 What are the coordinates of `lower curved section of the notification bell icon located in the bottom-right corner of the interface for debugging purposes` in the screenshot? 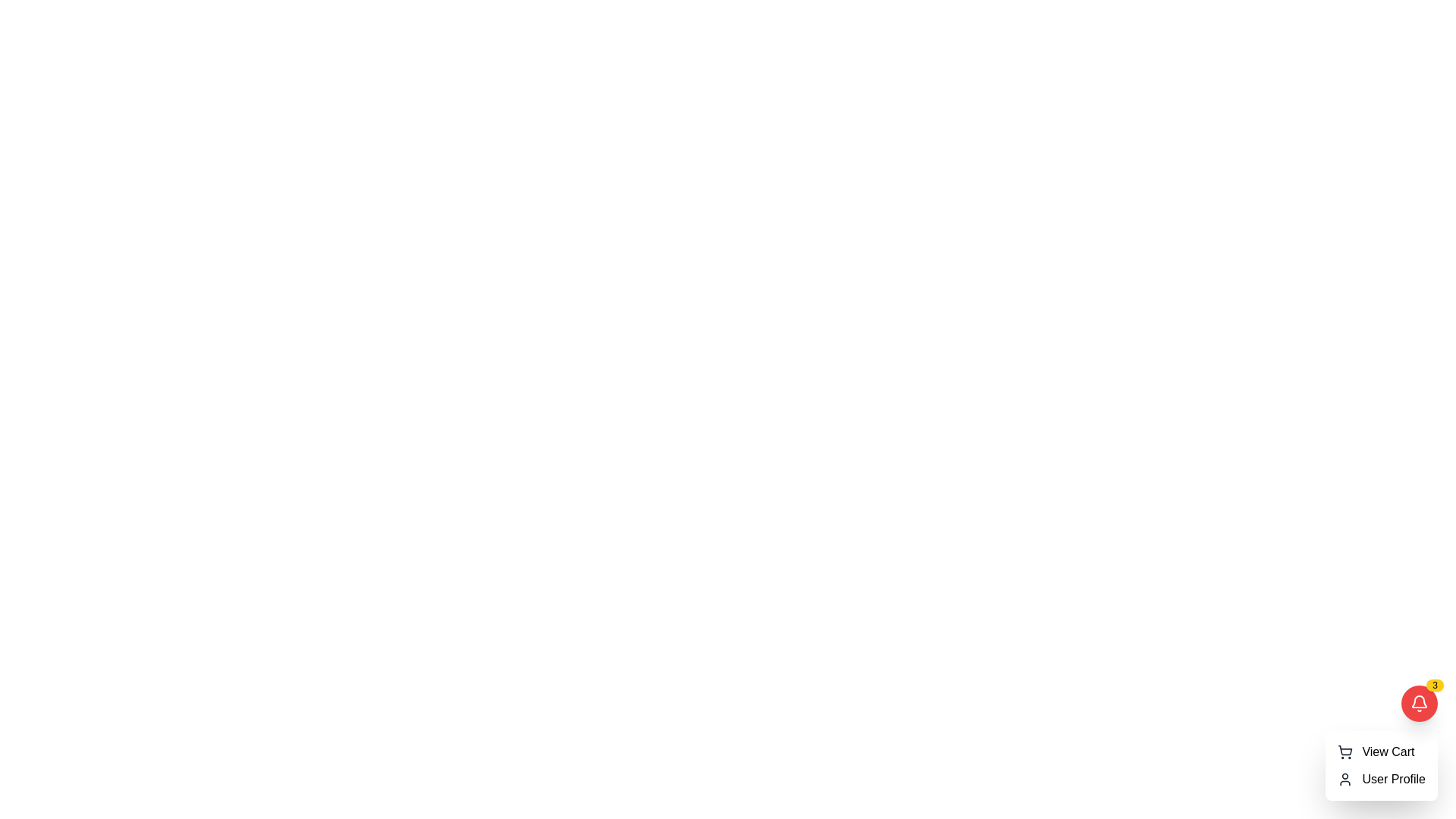 It's located at (1419, 701).